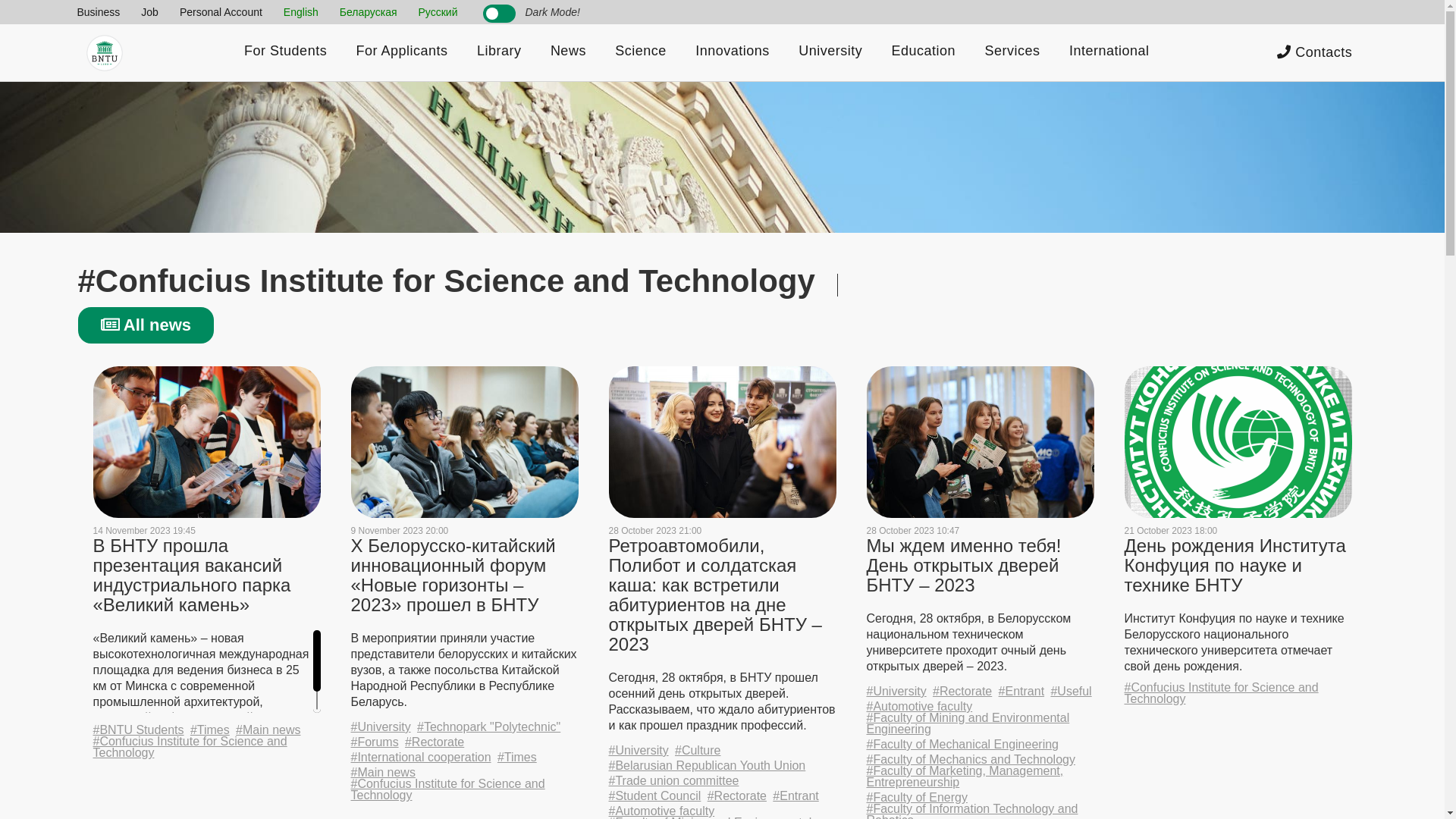 This screenshot has width=1456, height=819. What do you see at coordinates (969, 759) in the screenshot?
I see `'#Faculty of Mechanics and Technology'` at bounding box center [969, 759].